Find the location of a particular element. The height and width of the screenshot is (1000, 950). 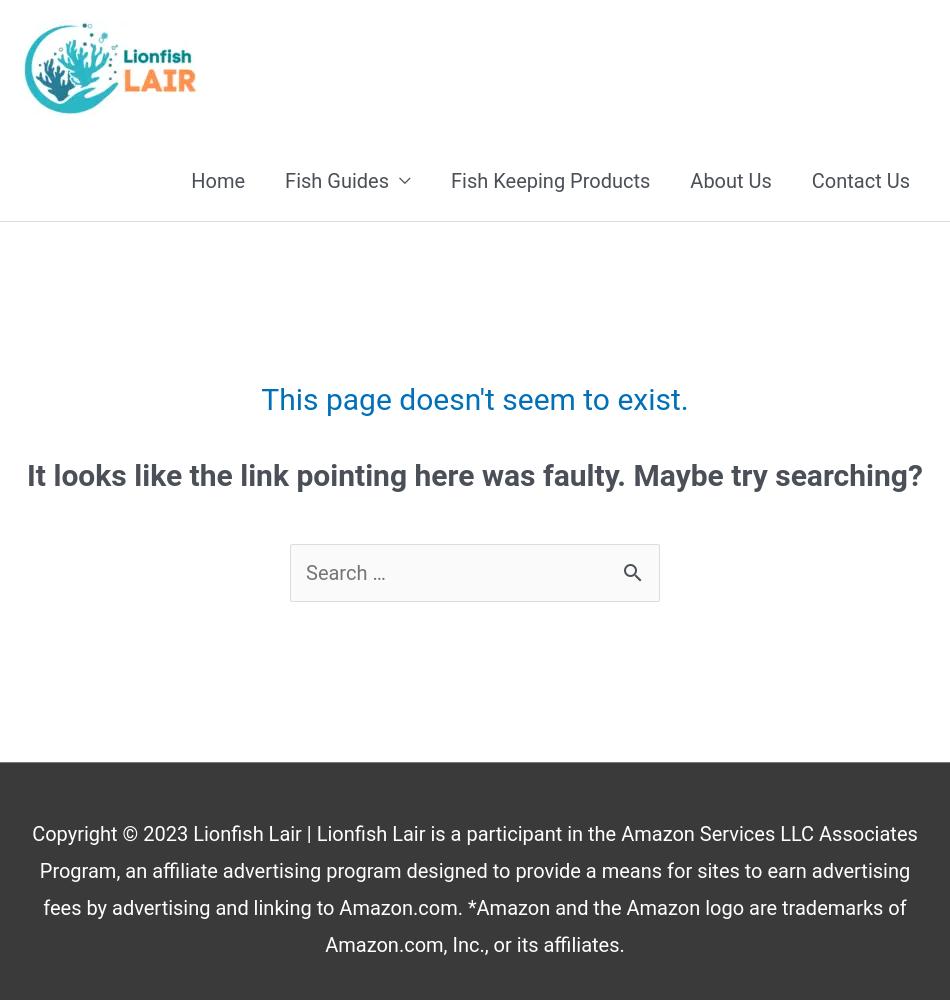

'Fish Keeping Products' is located at coordinates (550, 181).